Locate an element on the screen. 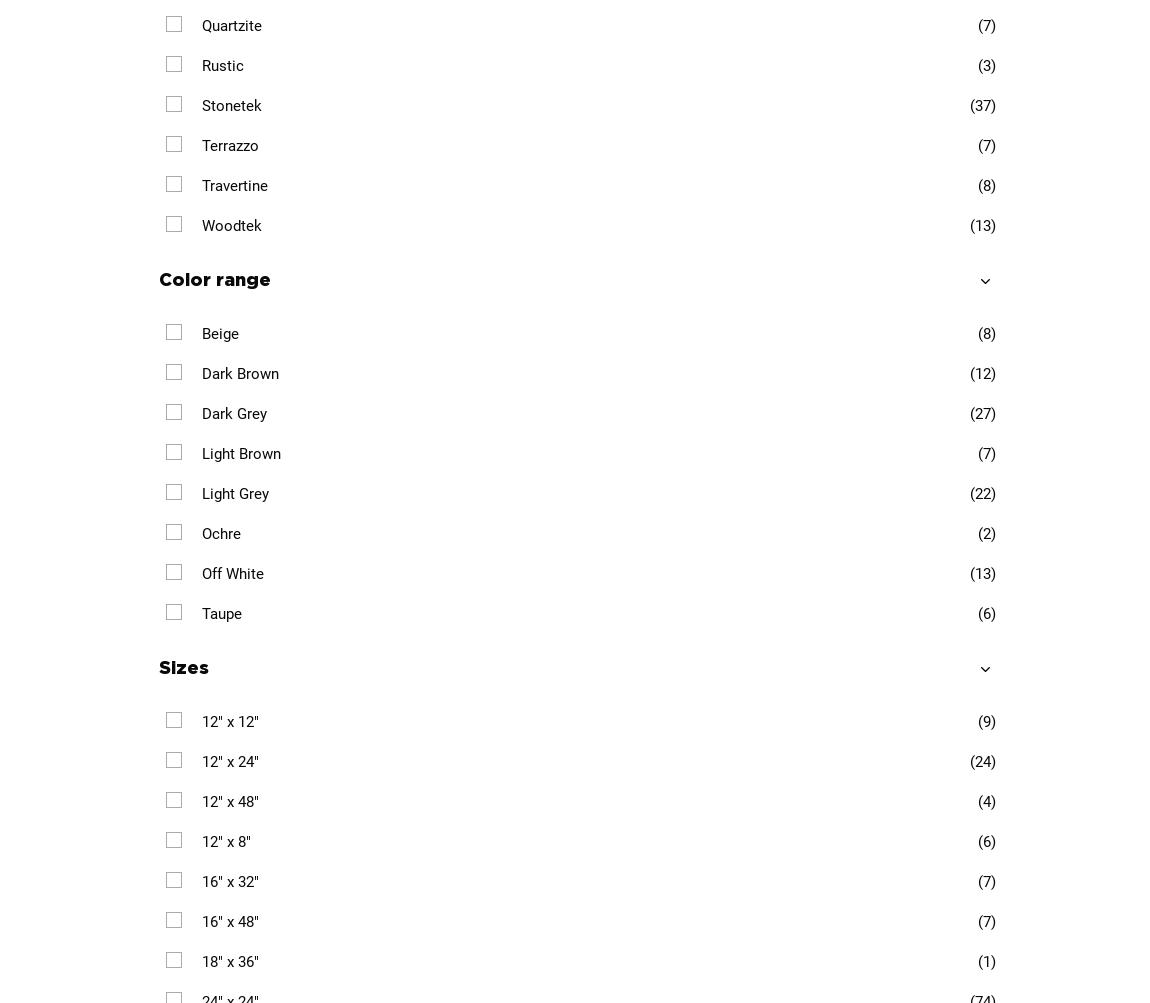  'Sizes' is located at coordinates (181, 667).